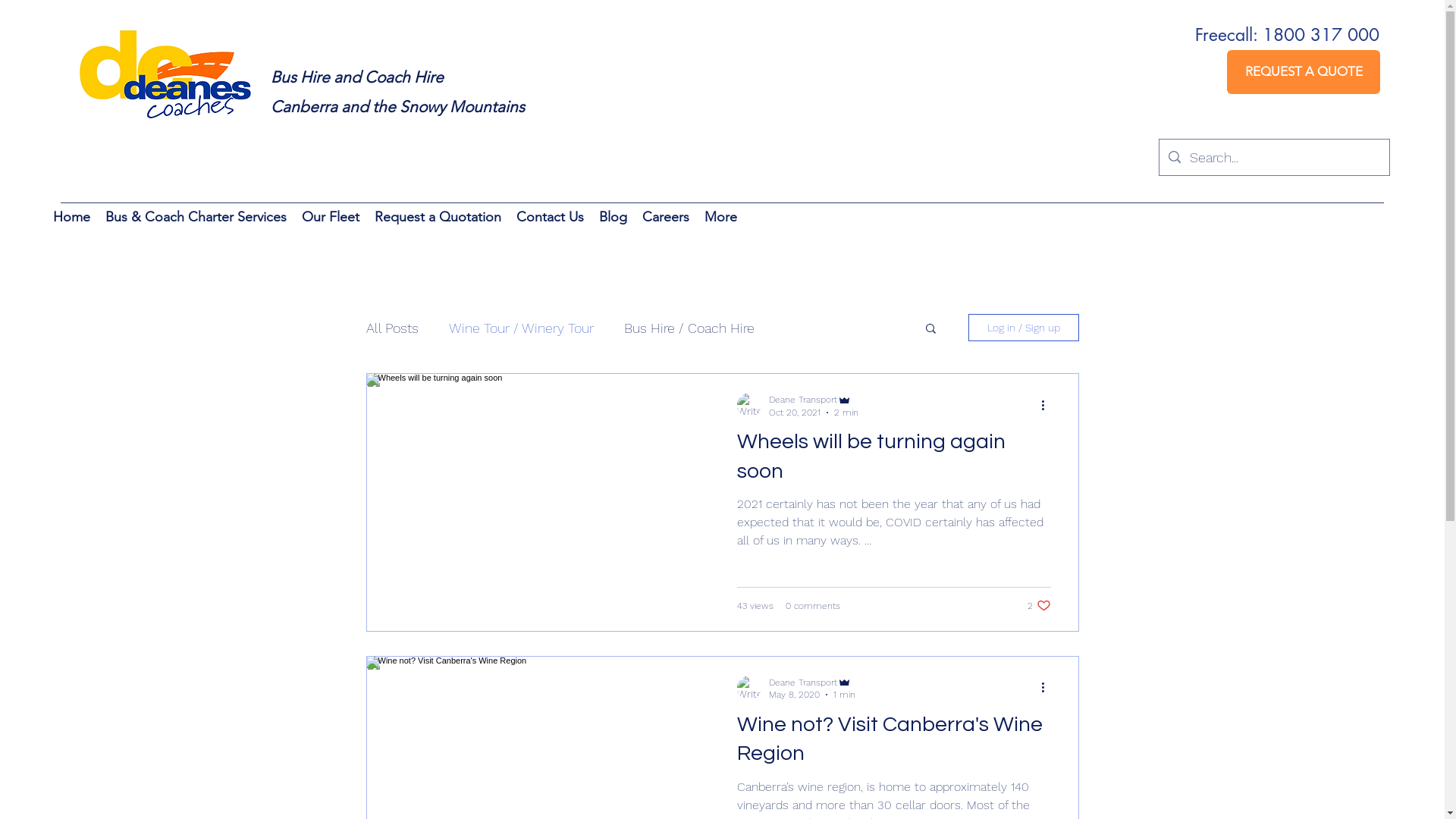 Image resolution: width=1456 pixels, height=819 pixels. What do you see at coordinates (549, 219) in the screenshot?
I see `'Contact Us'` at bounding box center [549, 219].